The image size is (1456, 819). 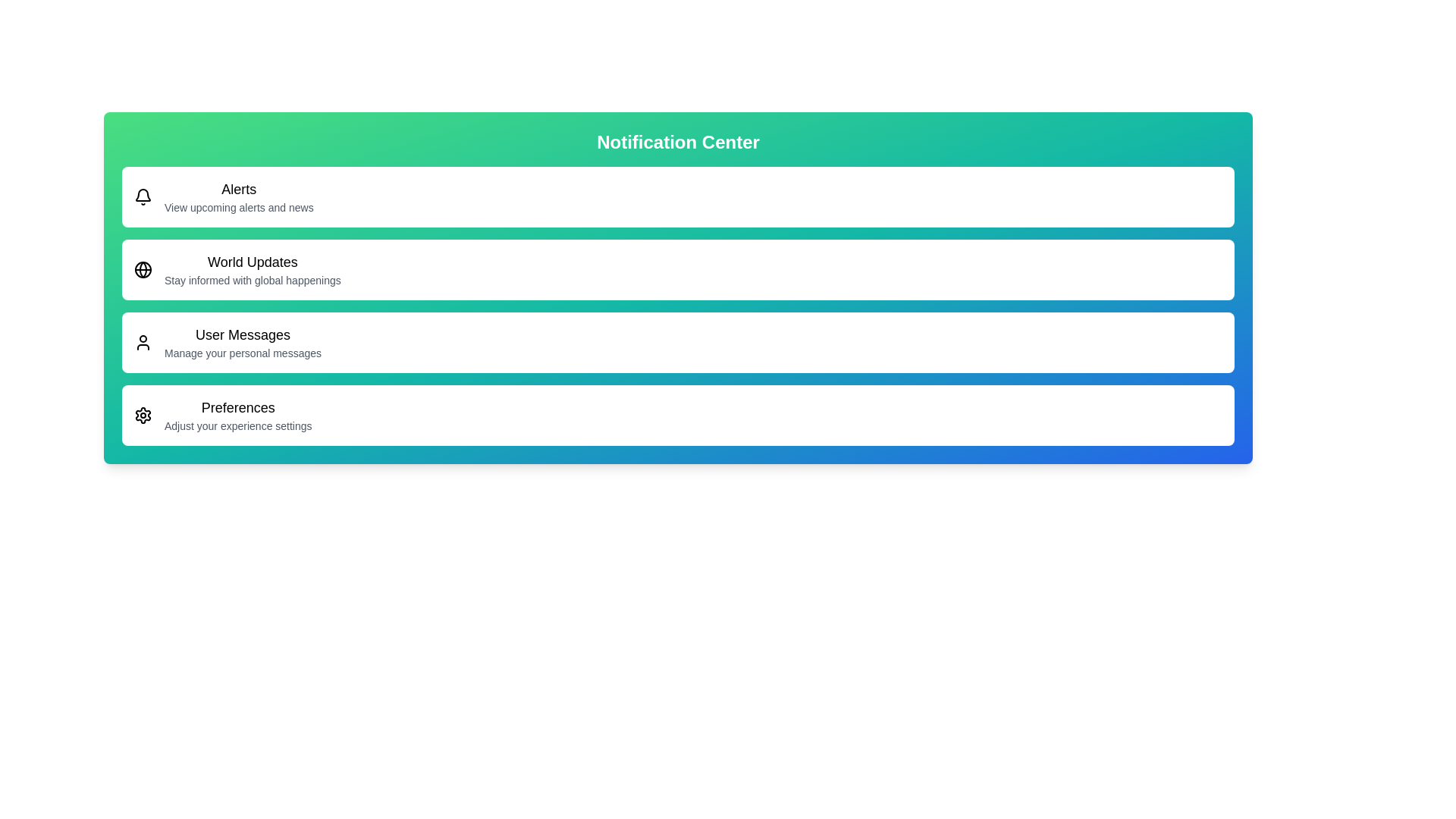 What do you see at coordinates (143, 342) in the screenshot?
I see `the menu item corresponding to User Messages to examine its iconography` at bounding box center [143, 342].